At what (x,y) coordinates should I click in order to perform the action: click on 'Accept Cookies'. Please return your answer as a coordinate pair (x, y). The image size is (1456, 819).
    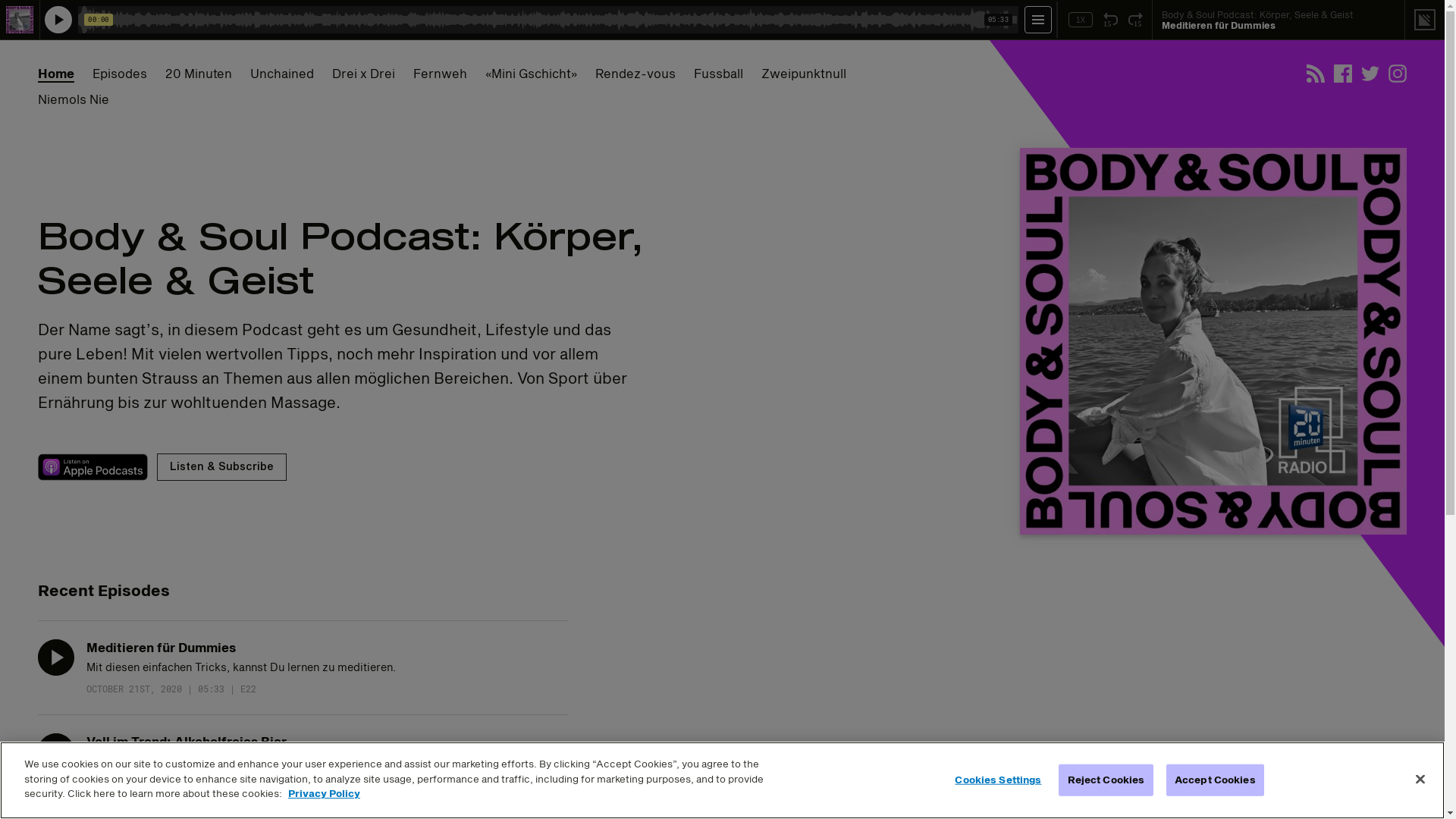
    Looking at the image, I should click on (1165, 780).